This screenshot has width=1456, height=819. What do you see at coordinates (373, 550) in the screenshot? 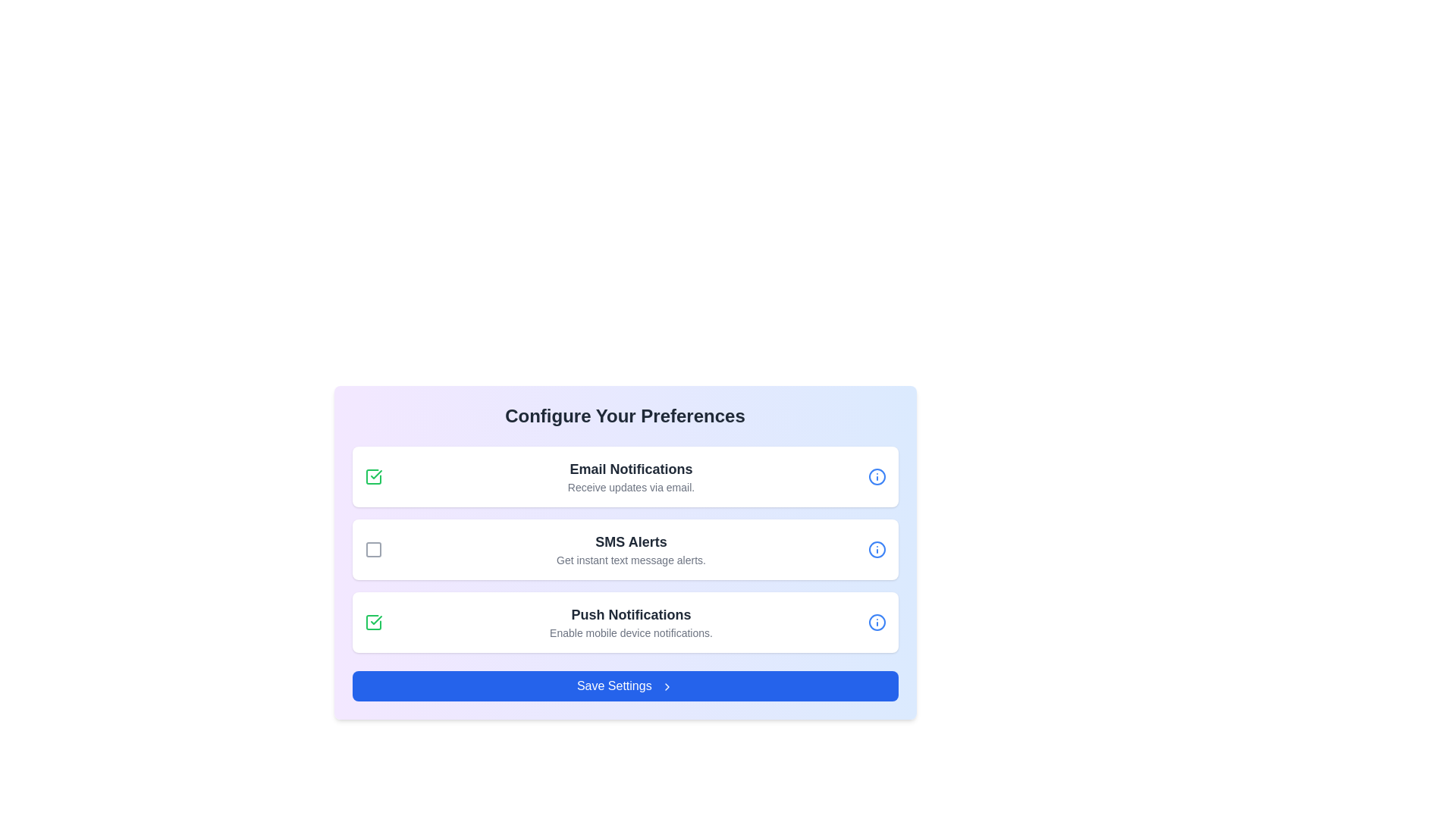
I see `the checkbox located on the left side of the 'SMS Alerts' section` at bounding box center [373, 550].